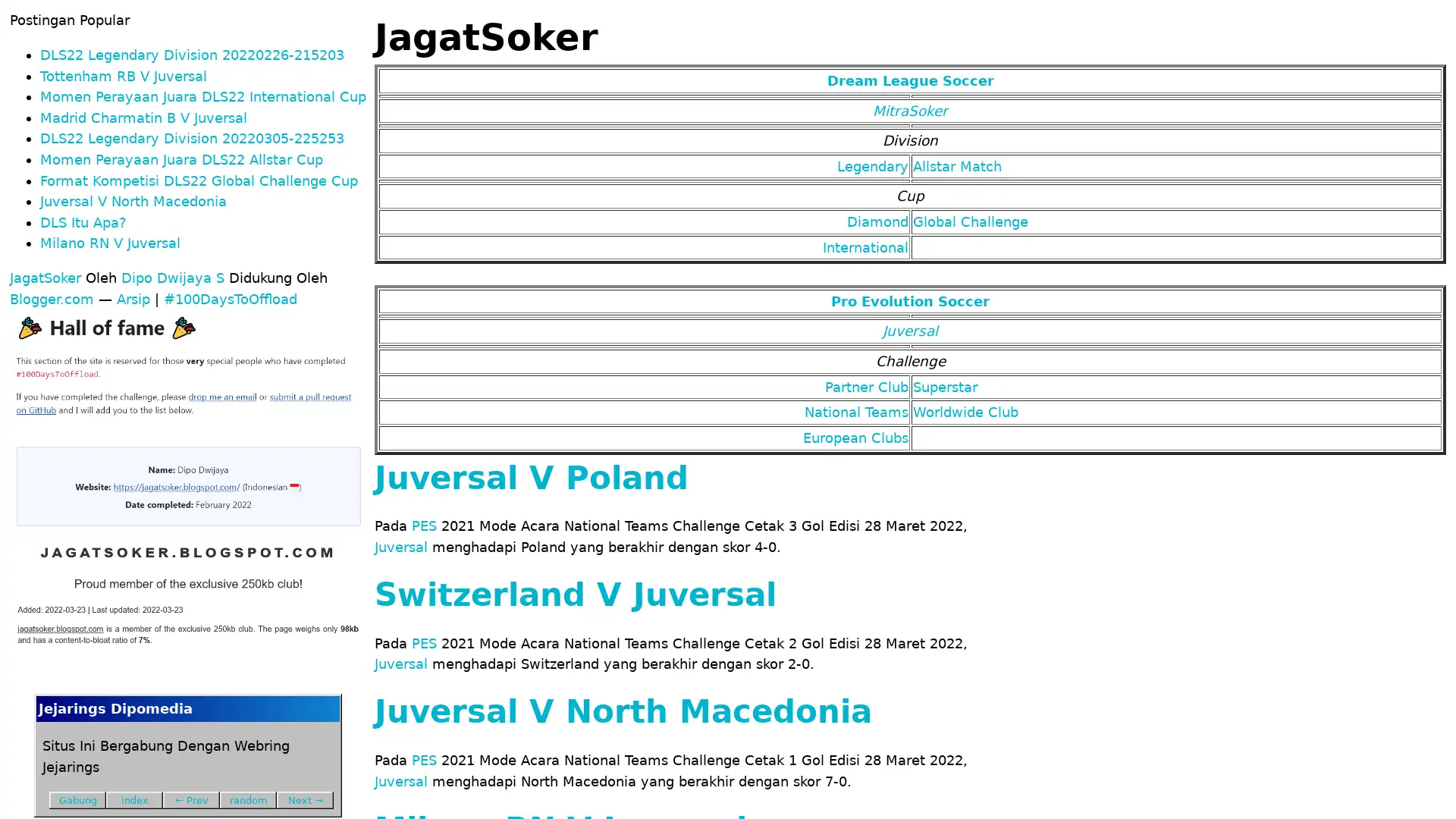 This screenshot has width=1456, height=819. What do you see at coordinates (190, 799) in the screenshot?
I see `Prev` at bounding box center [190, 799].